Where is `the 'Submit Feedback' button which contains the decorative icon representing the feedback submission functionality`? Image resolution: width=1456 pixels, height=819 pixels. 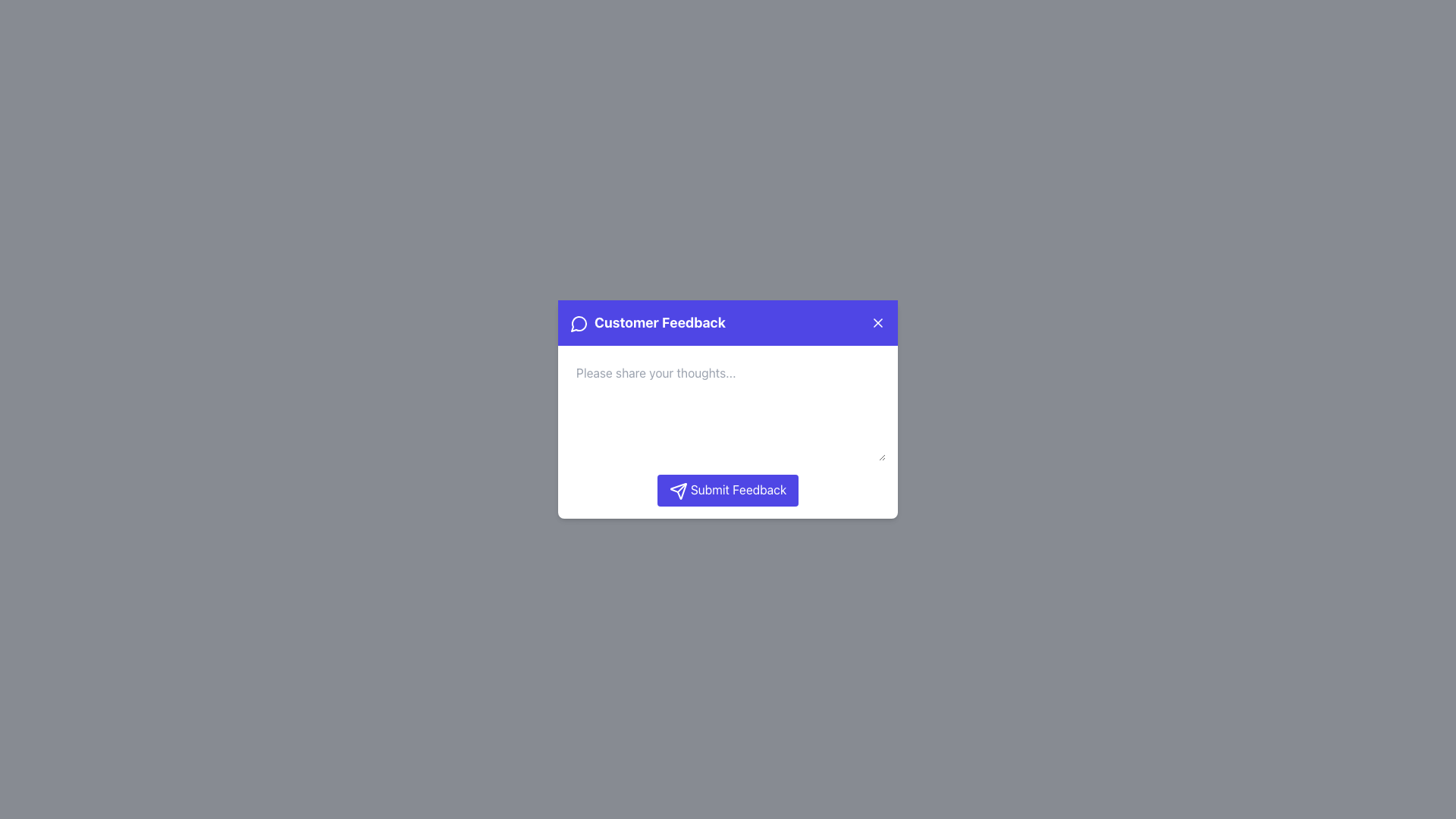
the 'Submit Feedback' button which contains the decorative icon representing the feedback submission functionality is located at coordinates (677, 491).